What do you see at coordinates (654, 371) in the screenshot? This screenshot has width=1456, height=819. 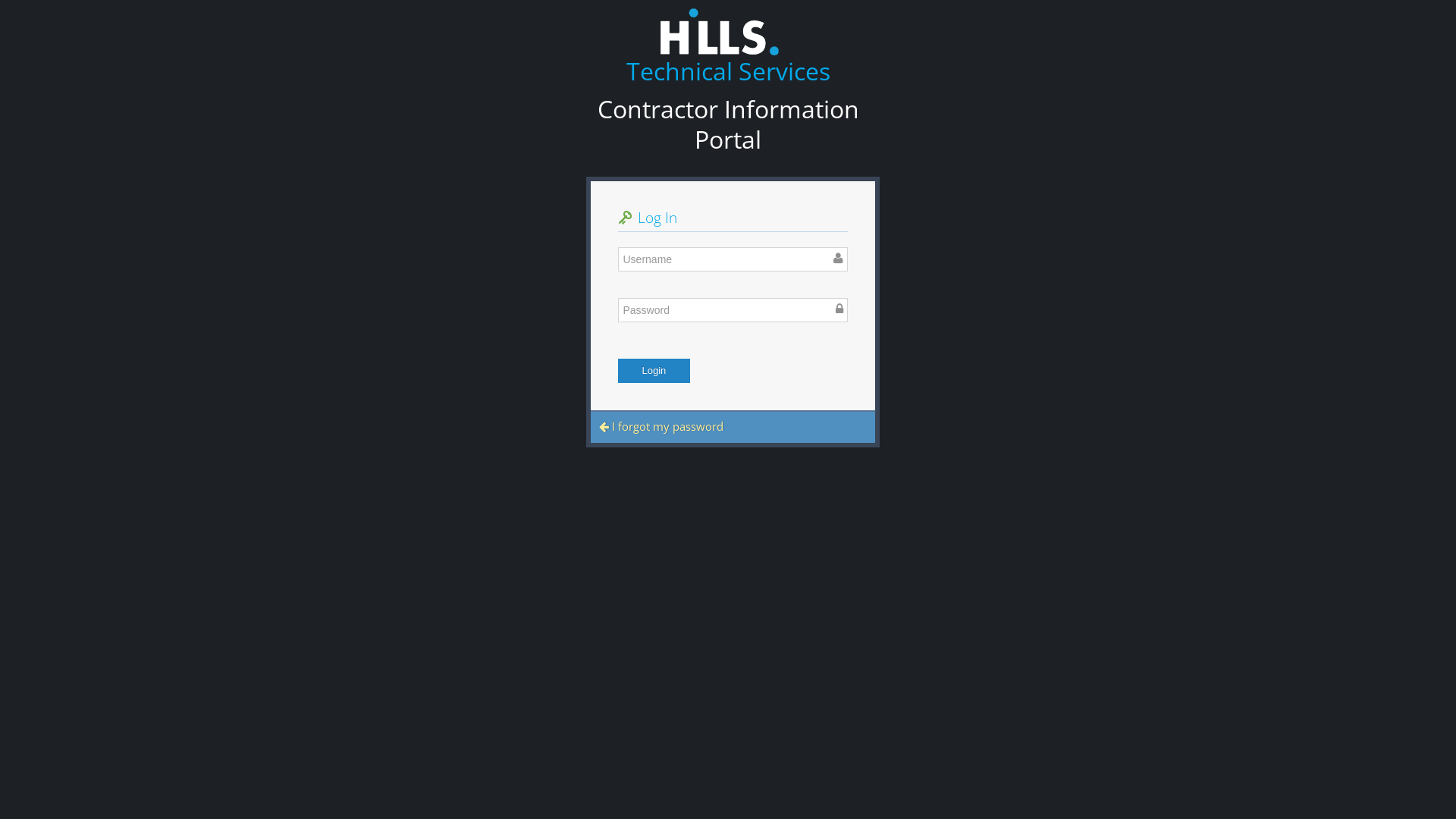 I see `'Login'` at bounding box center [654, 371].